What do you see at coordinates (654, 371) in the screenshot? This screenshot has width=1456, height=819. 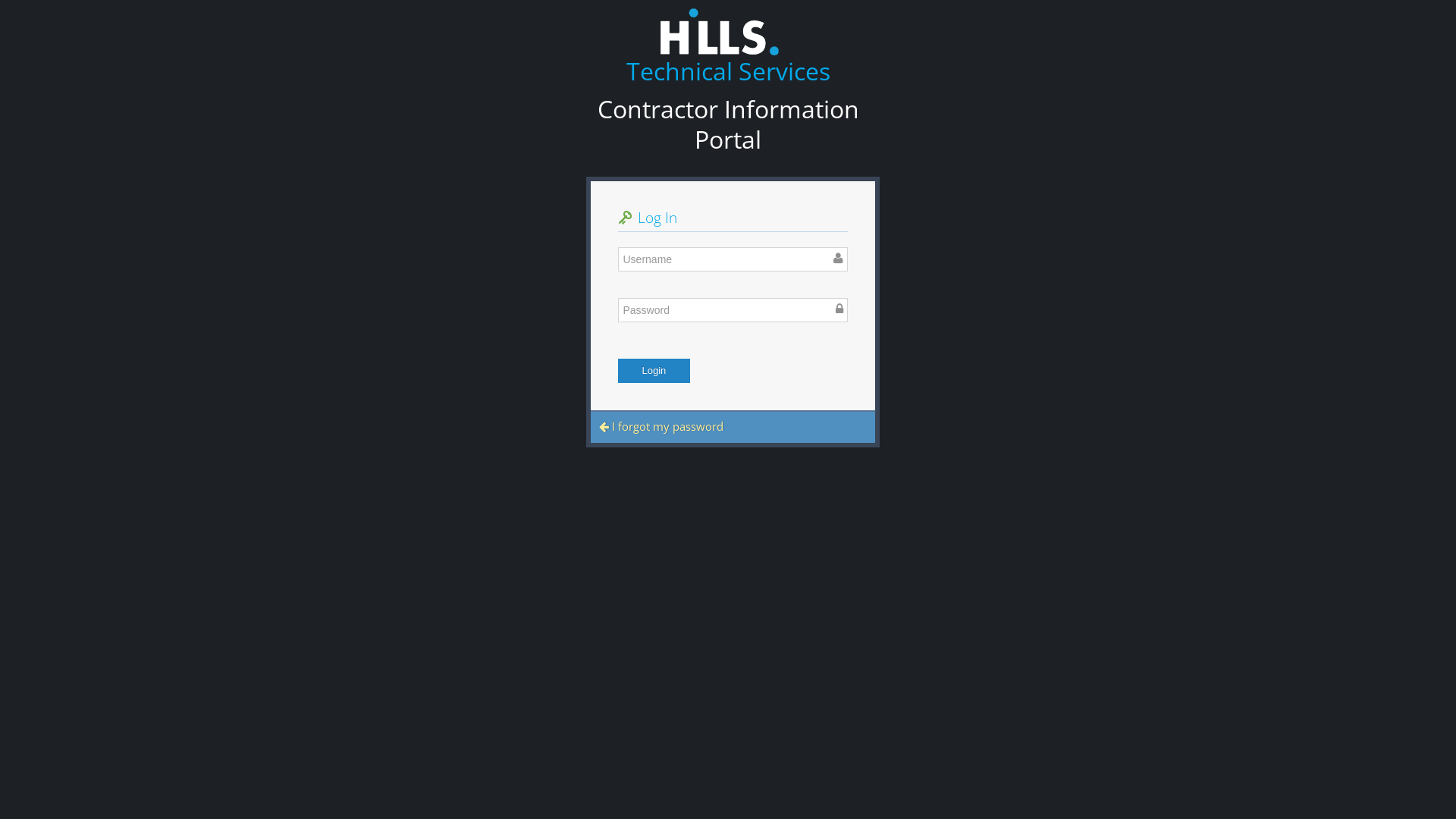 I see `'Login'` at bounding box center [654, 371].